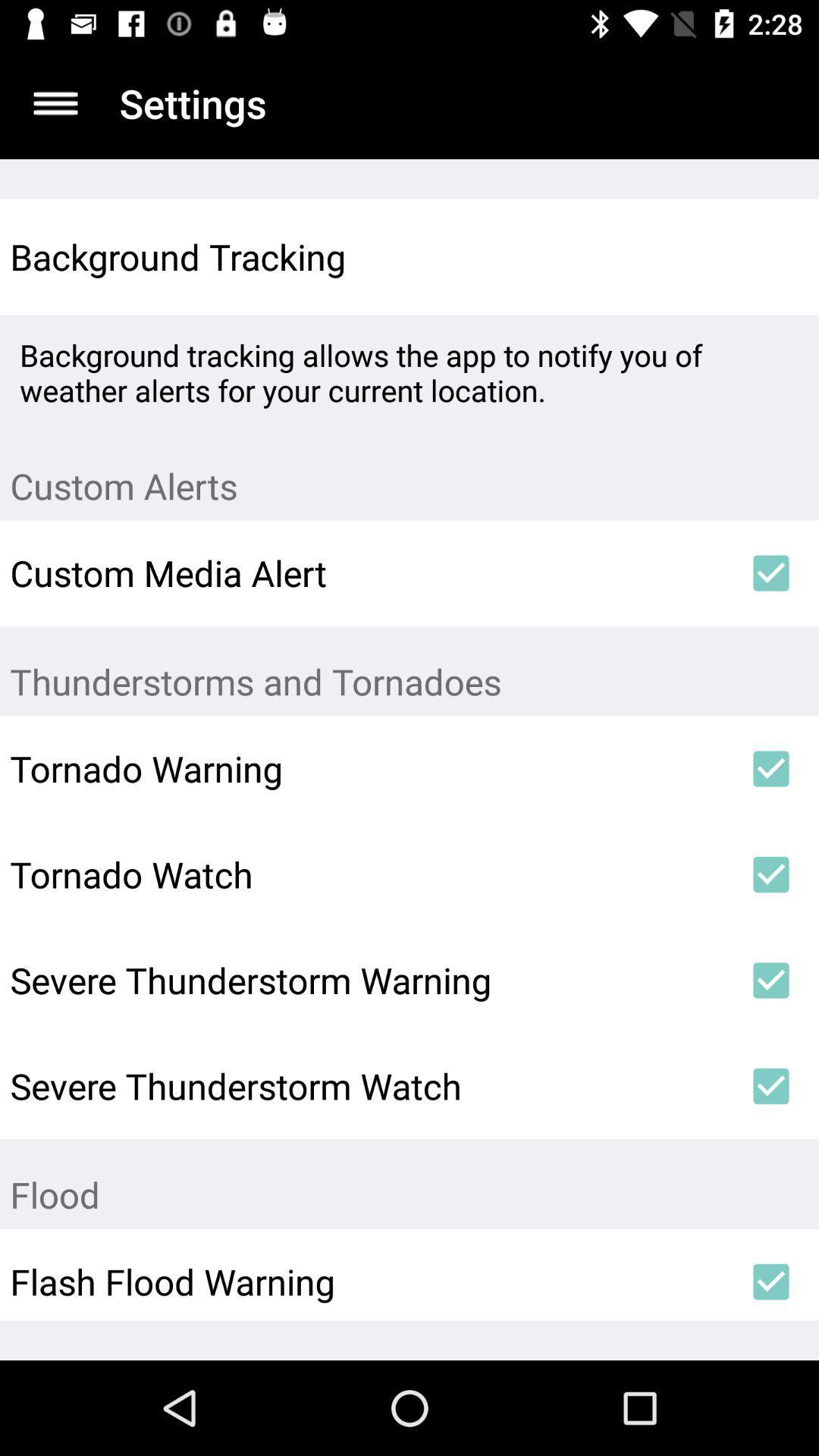 This screenshot has width=819, height=1456. What do you see at coordinates (771, 980) in the screenshot?
I see `the checkbox on the right next to the button severe thunderstorm warning on the web page` at bounding box center [771, 980].